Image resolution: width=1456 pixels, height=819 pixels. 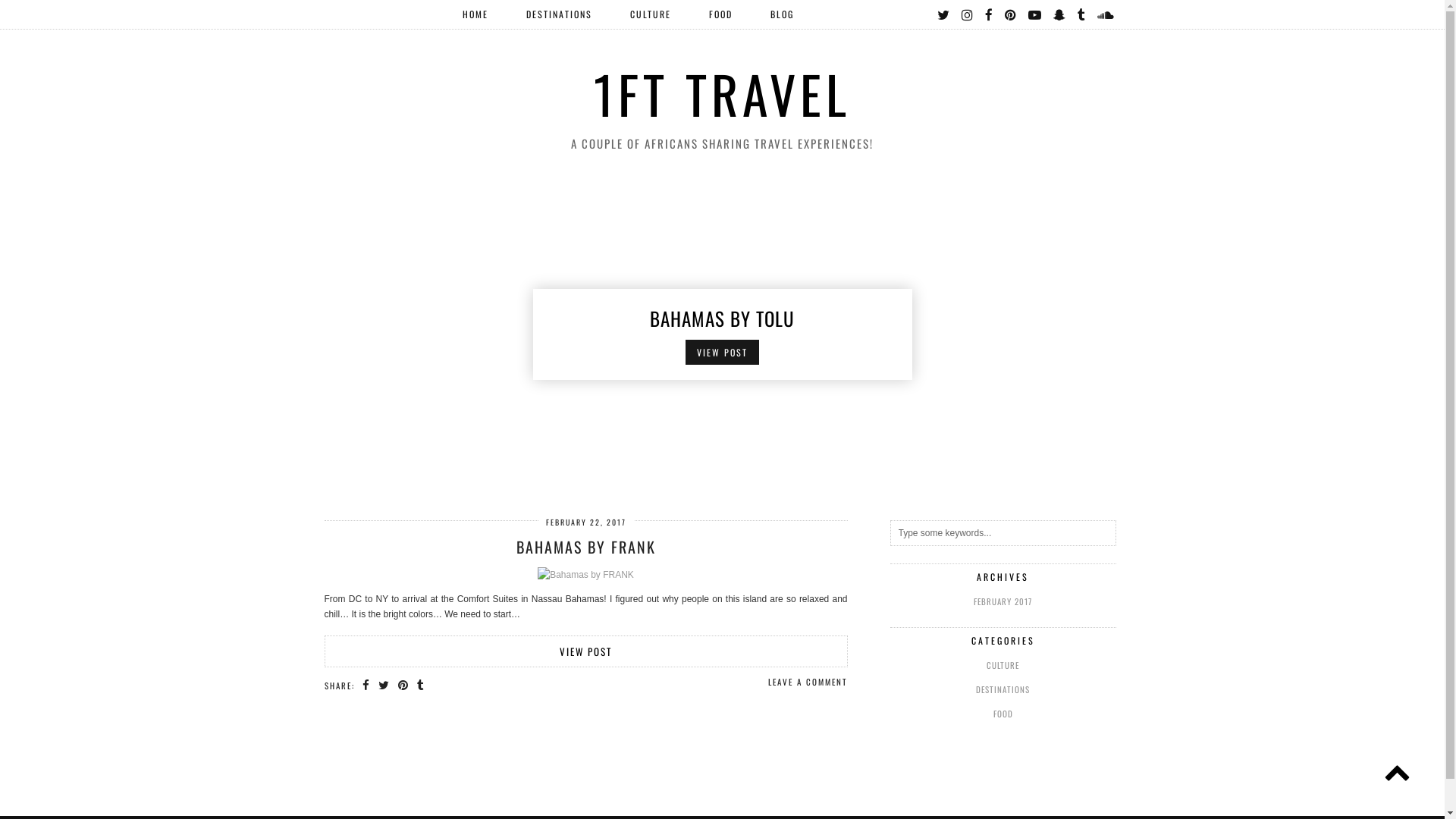 What do you see at coordinates (721, 316) in the screenshot?
I see `'BAHAMAS BY TOLU'` at bounding box center [721, 316].